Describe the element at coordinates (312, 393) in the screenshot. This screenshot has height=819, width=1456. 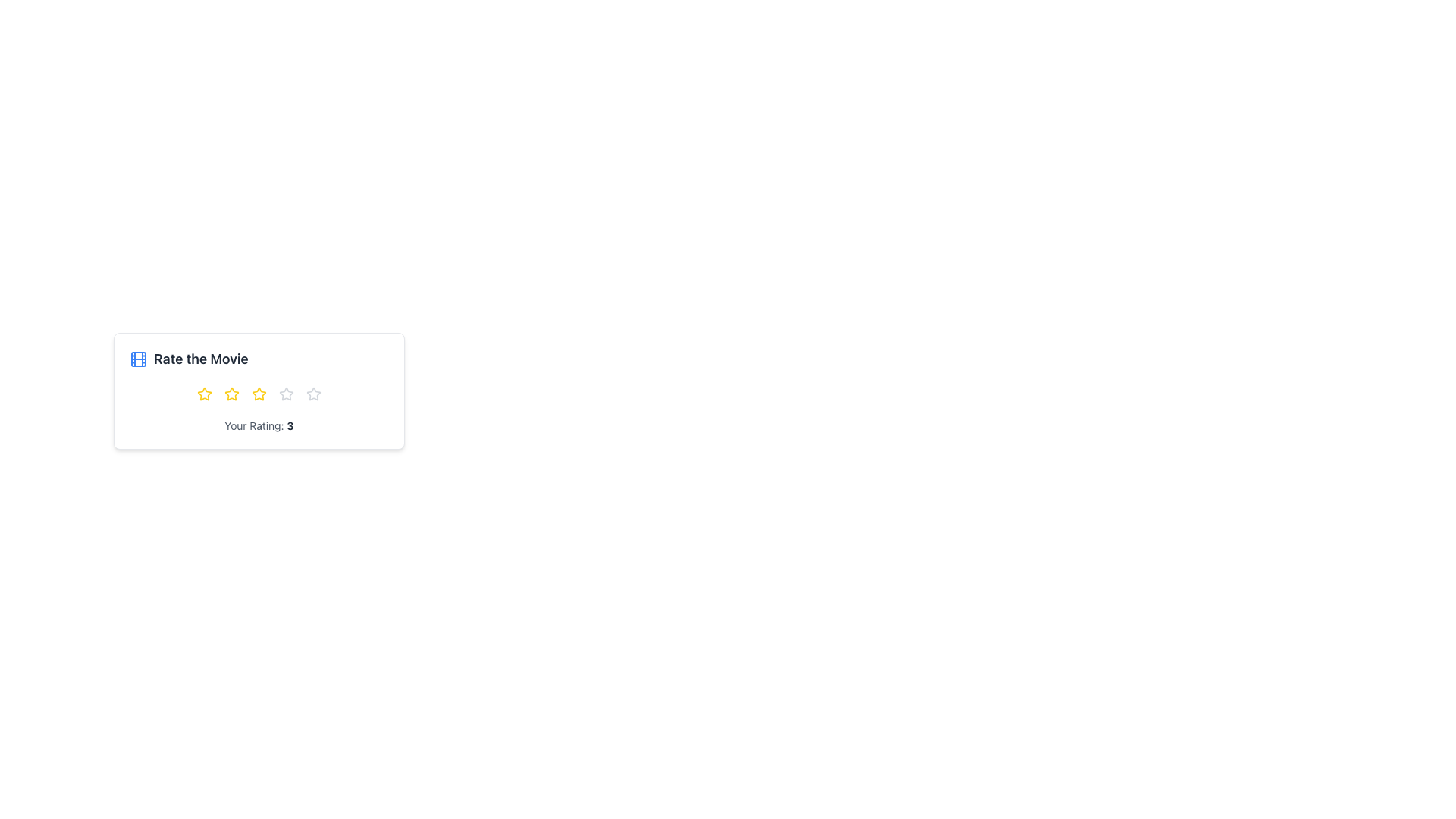
I see `the fifth star icon in the horizontal sequence of five stars, located below the title 'Rate the Movie', to rate it` at that location.